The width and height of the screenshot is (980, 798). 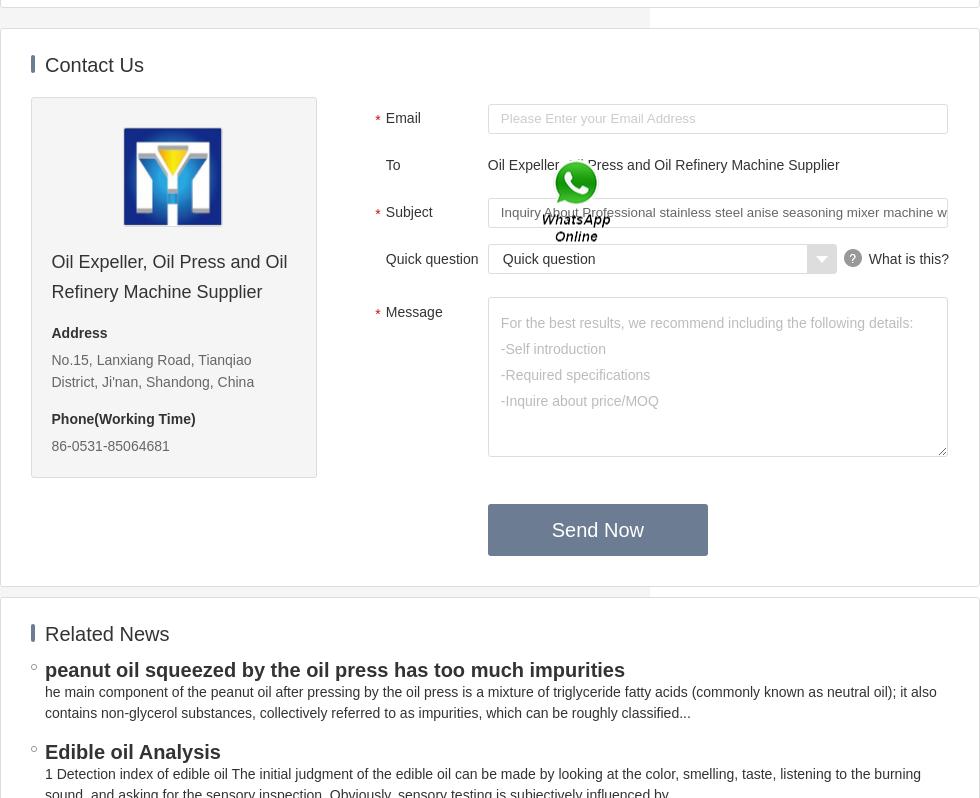 What do you see at coordinates (413, 311) in the screenshot?
I see `'Message'` at bounding box center [413, 311].